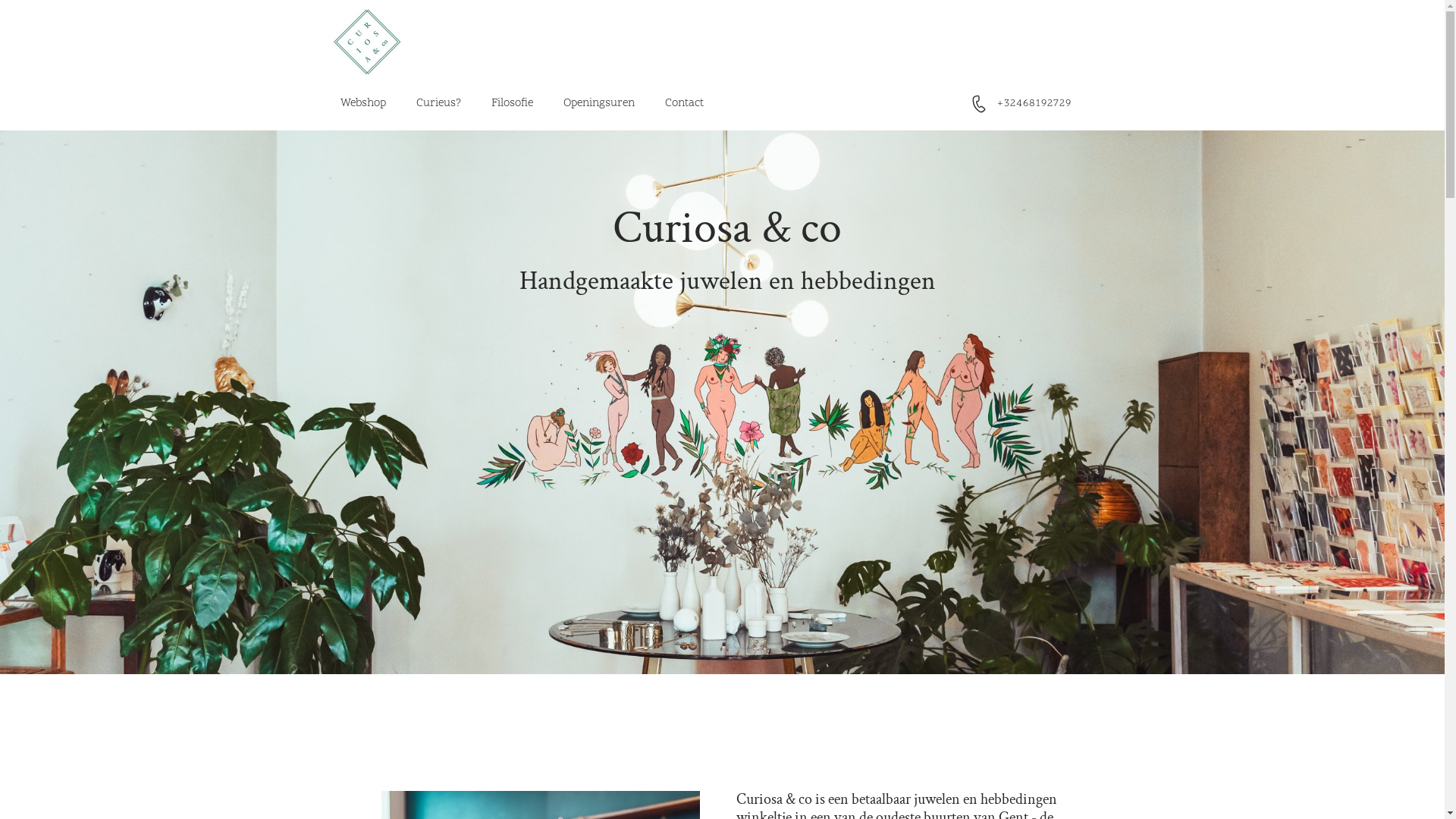 The width and height of the screenshot is (1456, 819). I want to click on 'Contact', so click(682, 103).